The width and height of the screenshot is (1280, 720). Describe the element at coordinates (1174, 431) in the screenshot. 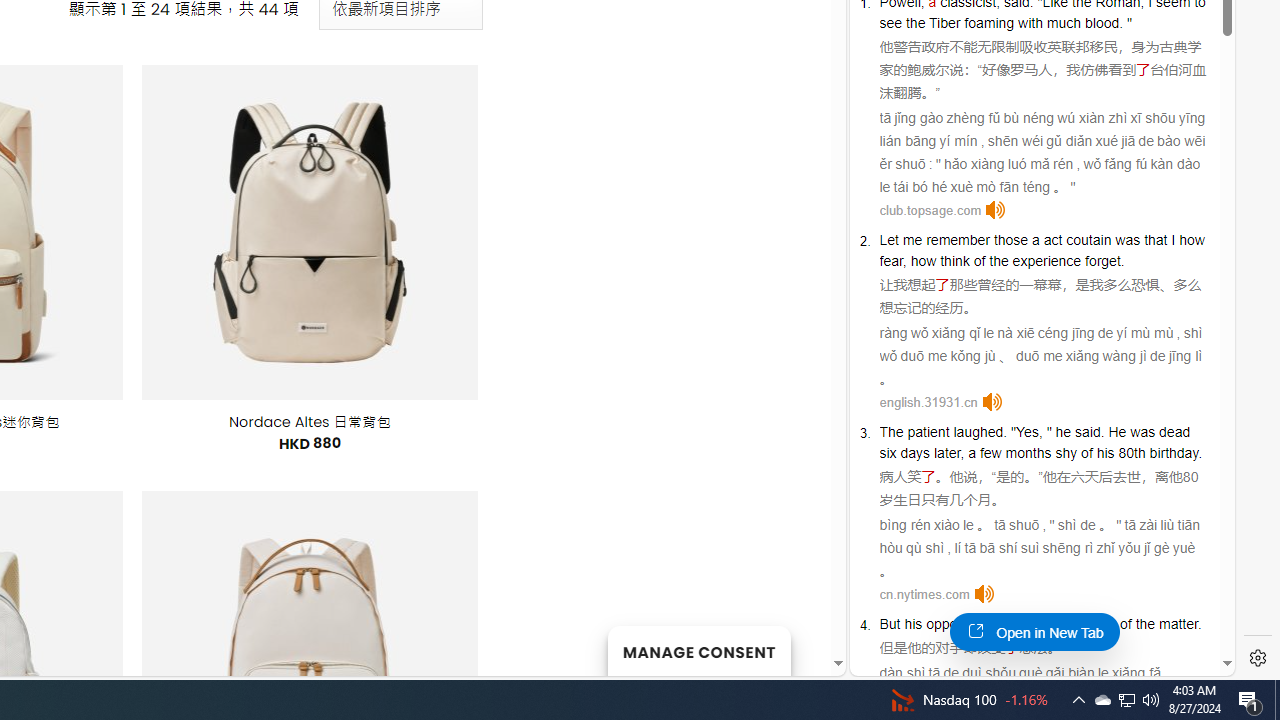

I see `'dead'` at that location.